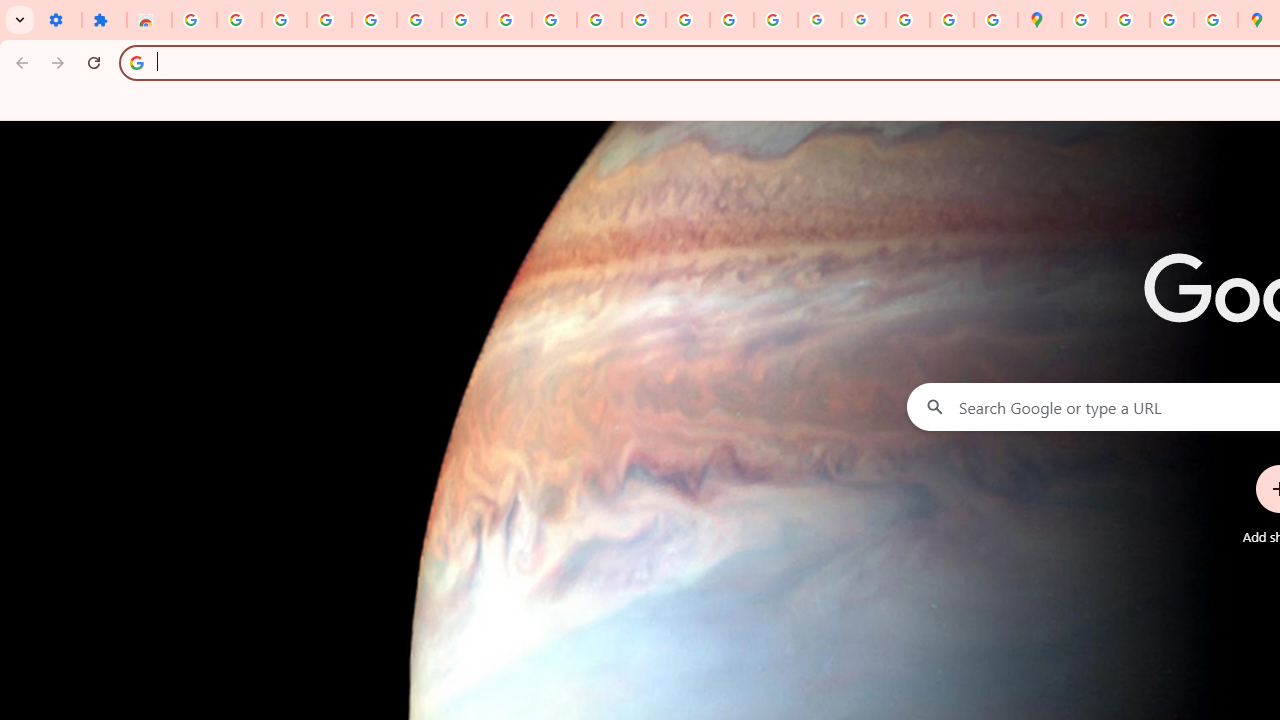 Image resolution: width=1280 pixels, height=720 pixels. Describe the element at coordinates (554, 20) in the screenshot. I see `'YouTube'` at that location.